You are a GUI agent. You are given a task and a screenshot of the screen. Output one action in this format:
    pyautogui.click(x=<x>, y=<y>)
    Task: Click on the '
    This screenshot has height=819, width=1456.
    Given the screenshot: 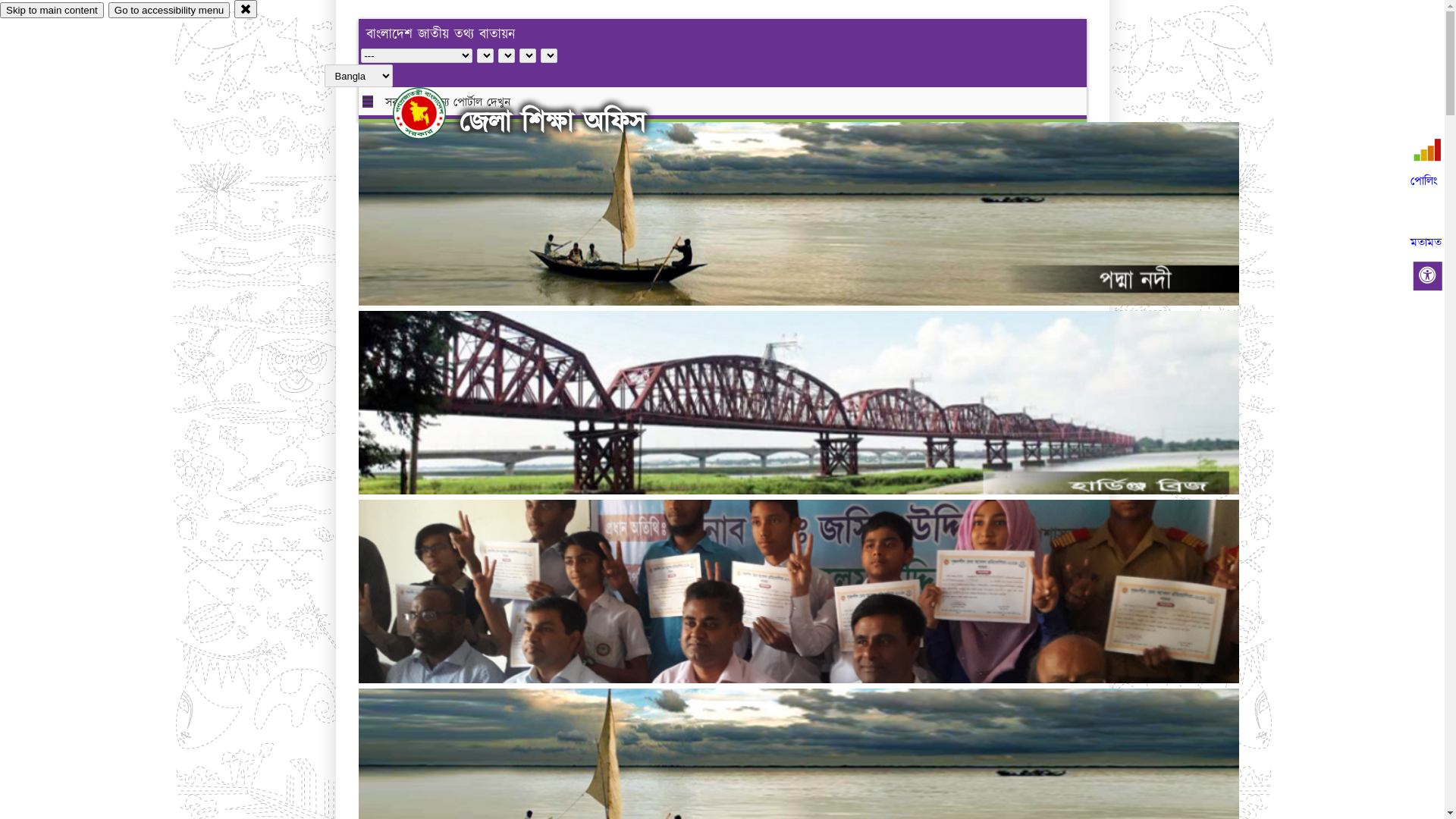 What is the action you would take?
    pyautogui.click(x=431, y=112)
    